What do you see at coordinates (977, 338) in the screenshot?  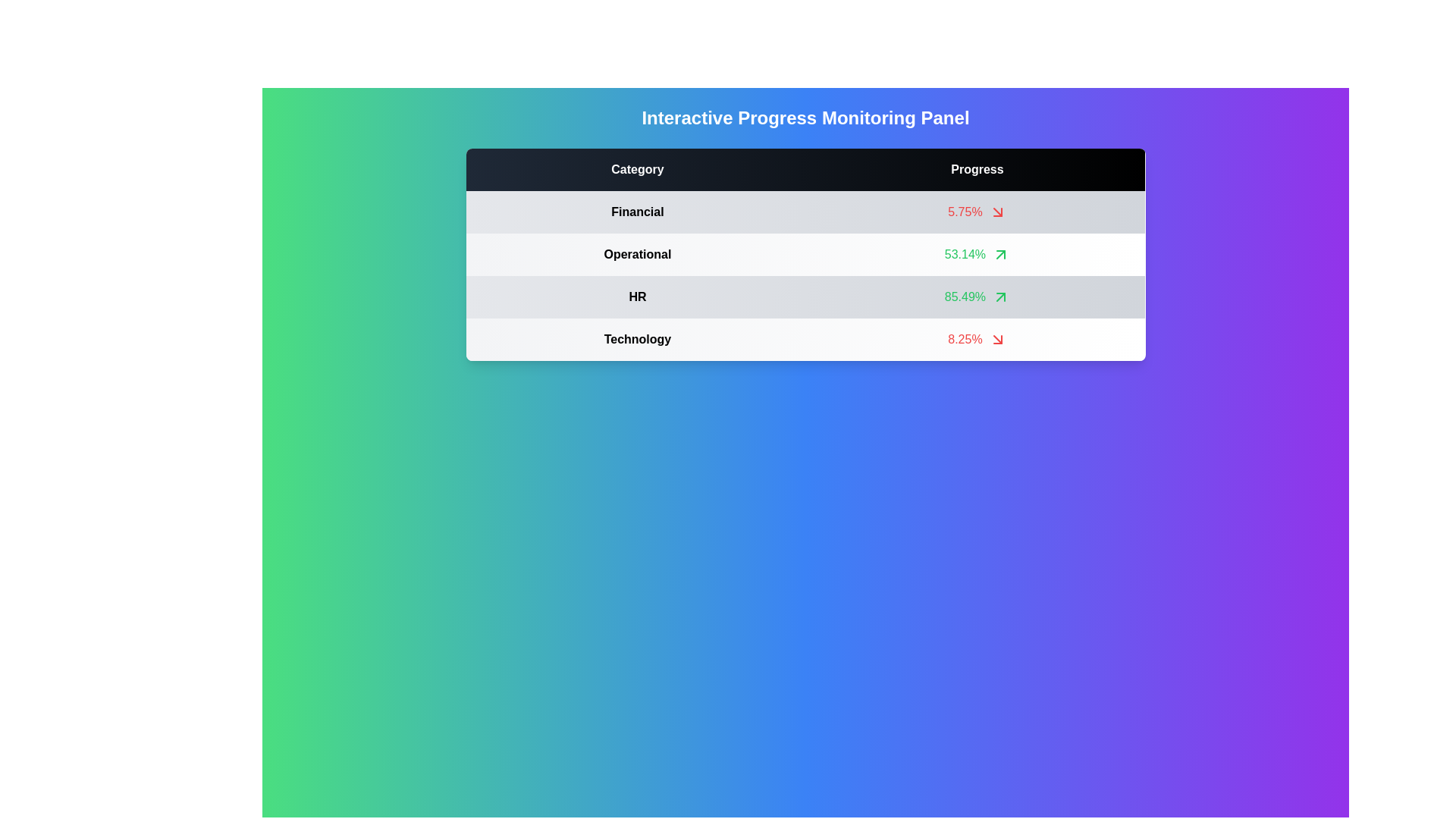 I see `the row corresponding to the Technology category` at bounding box center [977, 338].